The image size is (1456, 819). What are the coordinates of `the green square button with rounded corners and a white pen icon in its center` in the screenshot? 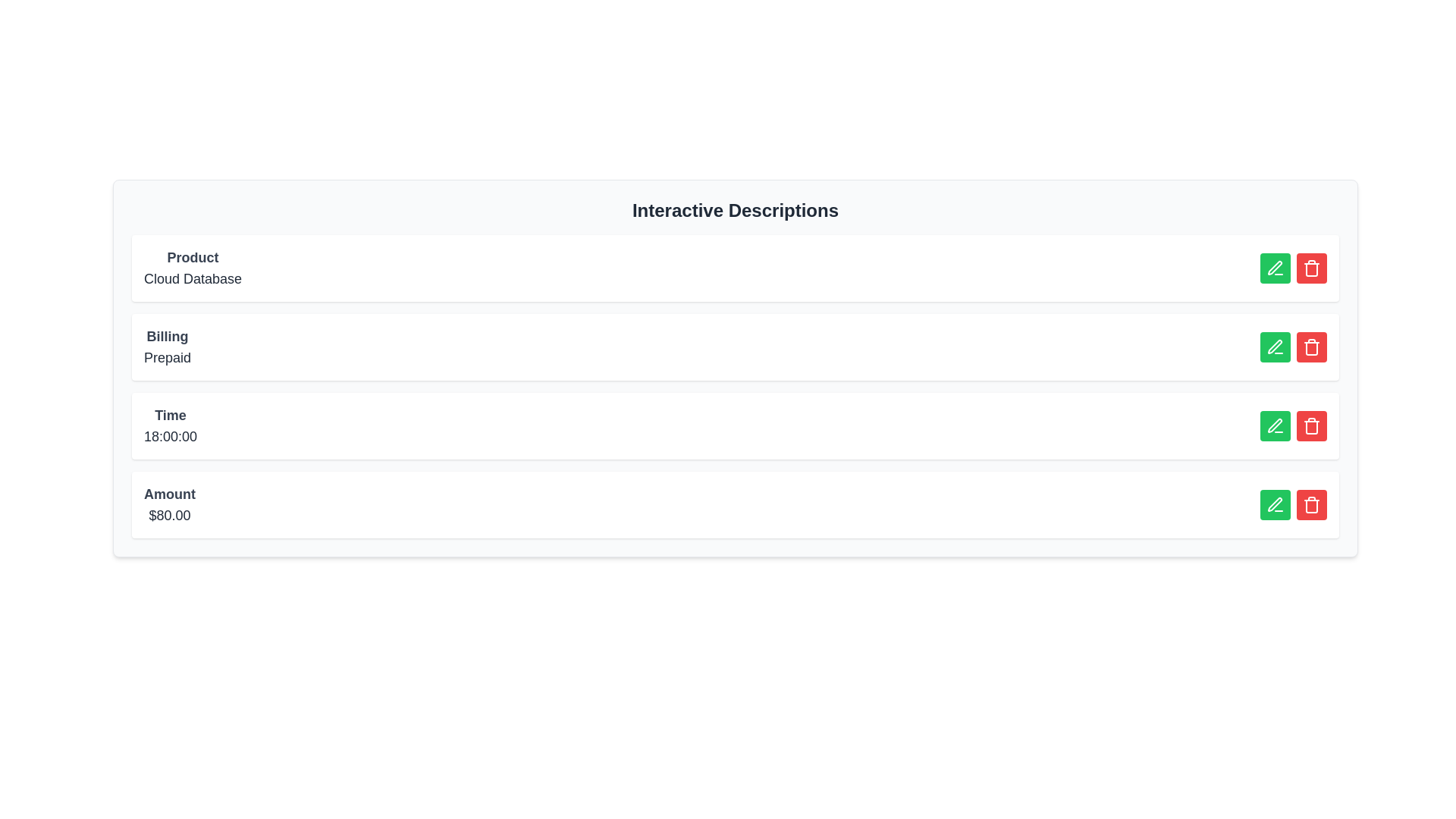 It's located at (1274, 268).